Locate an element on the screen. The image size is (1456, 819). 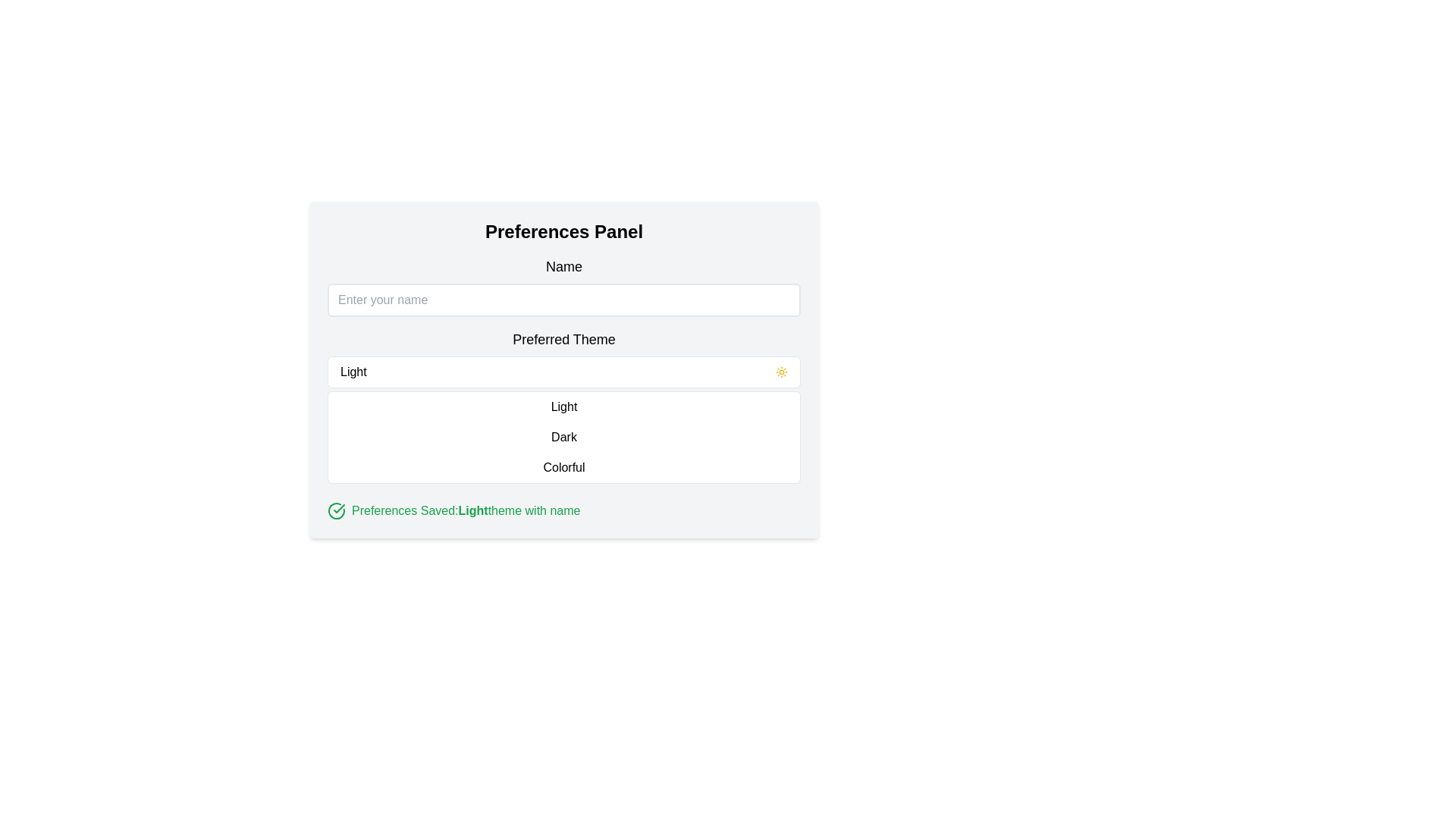
the circular icon with a green outline and checkmark, located at the far-left side of the block containing the text 'Preferences Saved: Light theme with name' is located at coordinates (336, 511).